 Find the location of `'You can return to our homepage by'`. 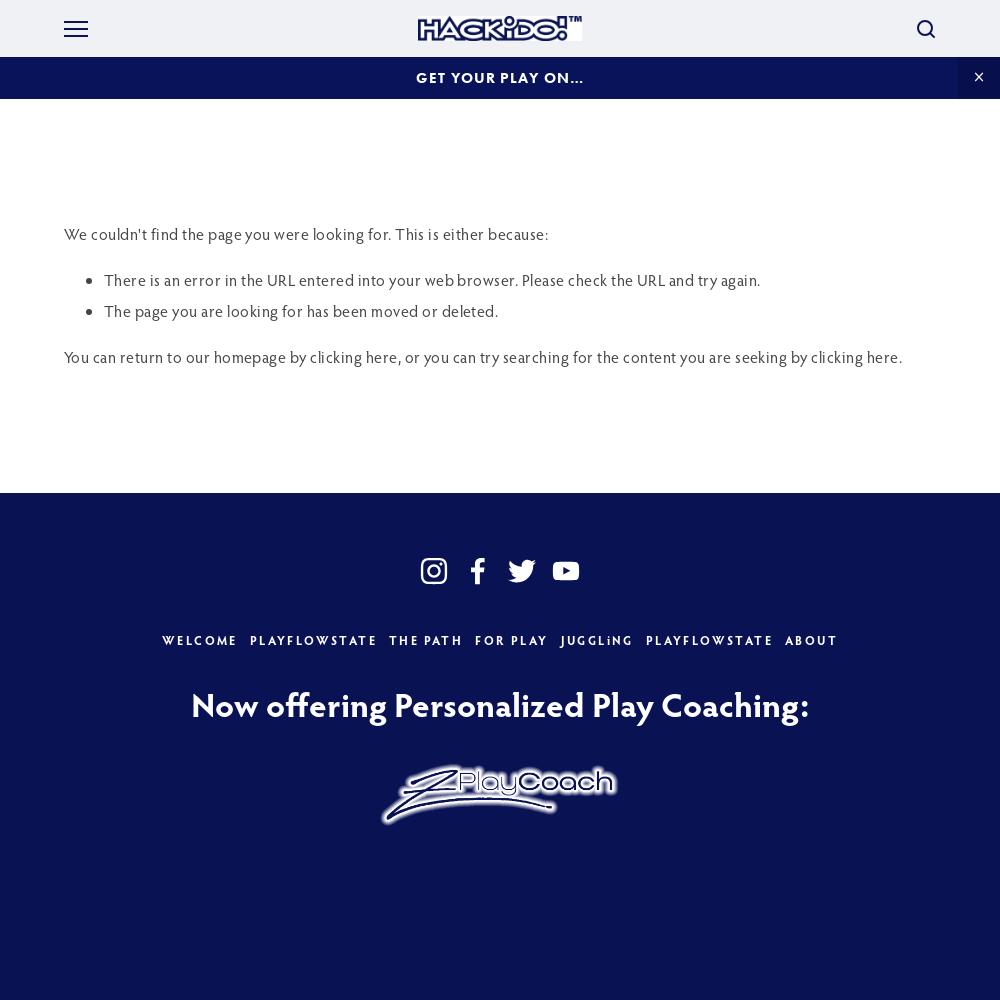

'You can return to our homepage by' is located at coordinates (187, 355).